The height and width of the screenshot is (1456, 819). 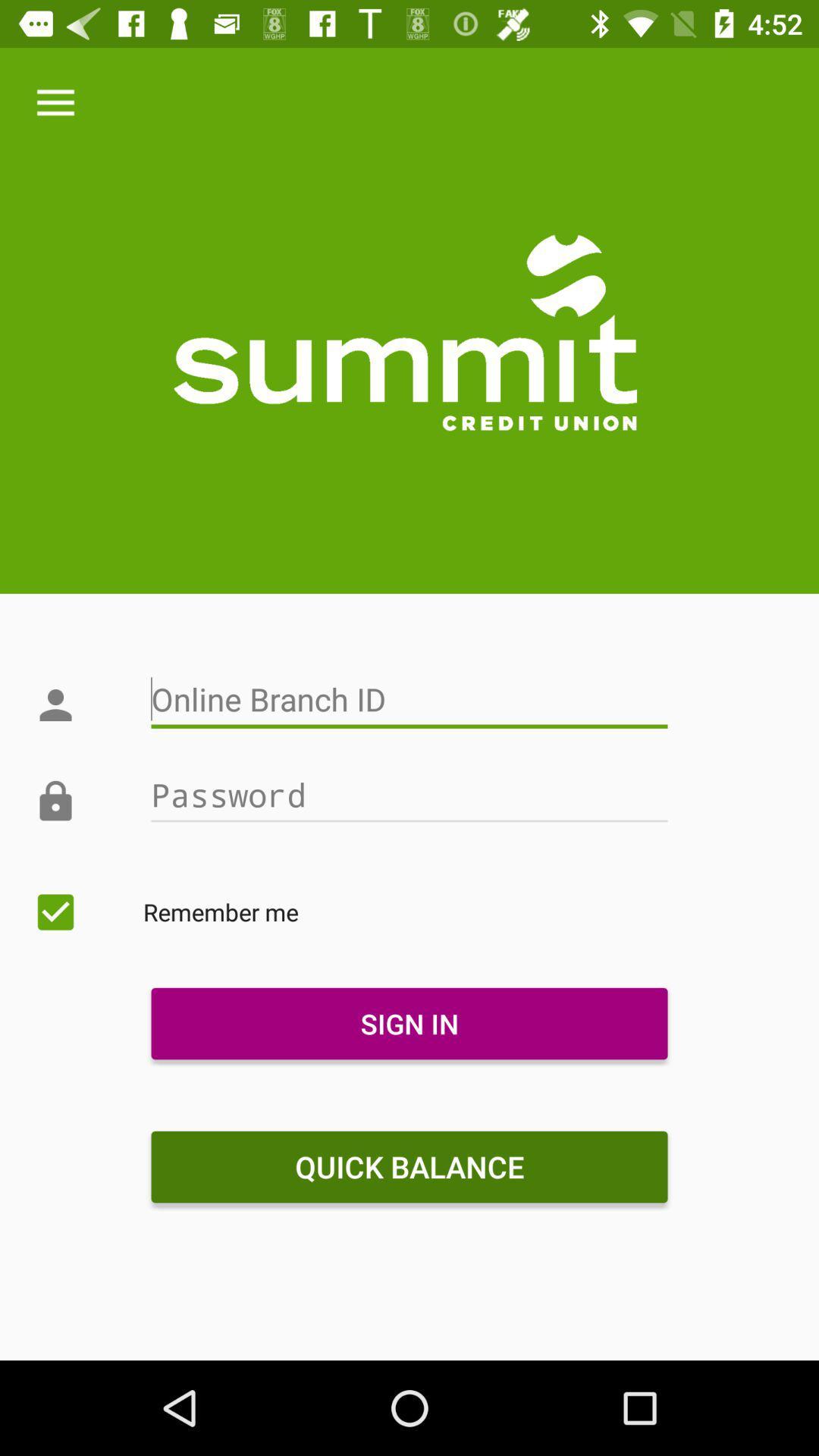 I want to click on item to the left of the remember me icon, so click(x=55, y=912).